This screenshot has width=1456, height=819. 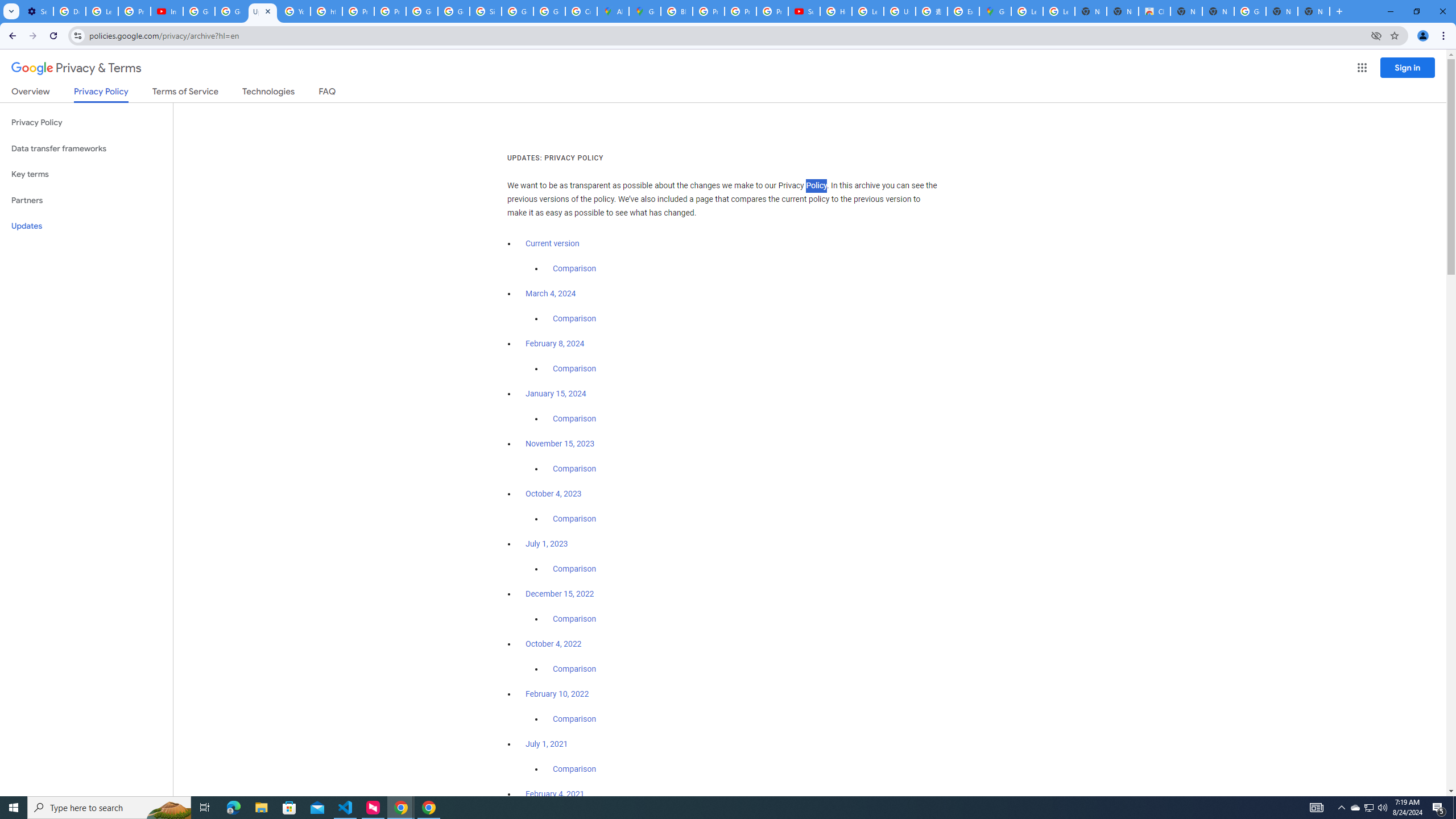 What do you see at coordinates (102, 11) in the screenshot?
I see `'Learn how to find your photos - Google Photos Help'` at bounding box center [102, 11].